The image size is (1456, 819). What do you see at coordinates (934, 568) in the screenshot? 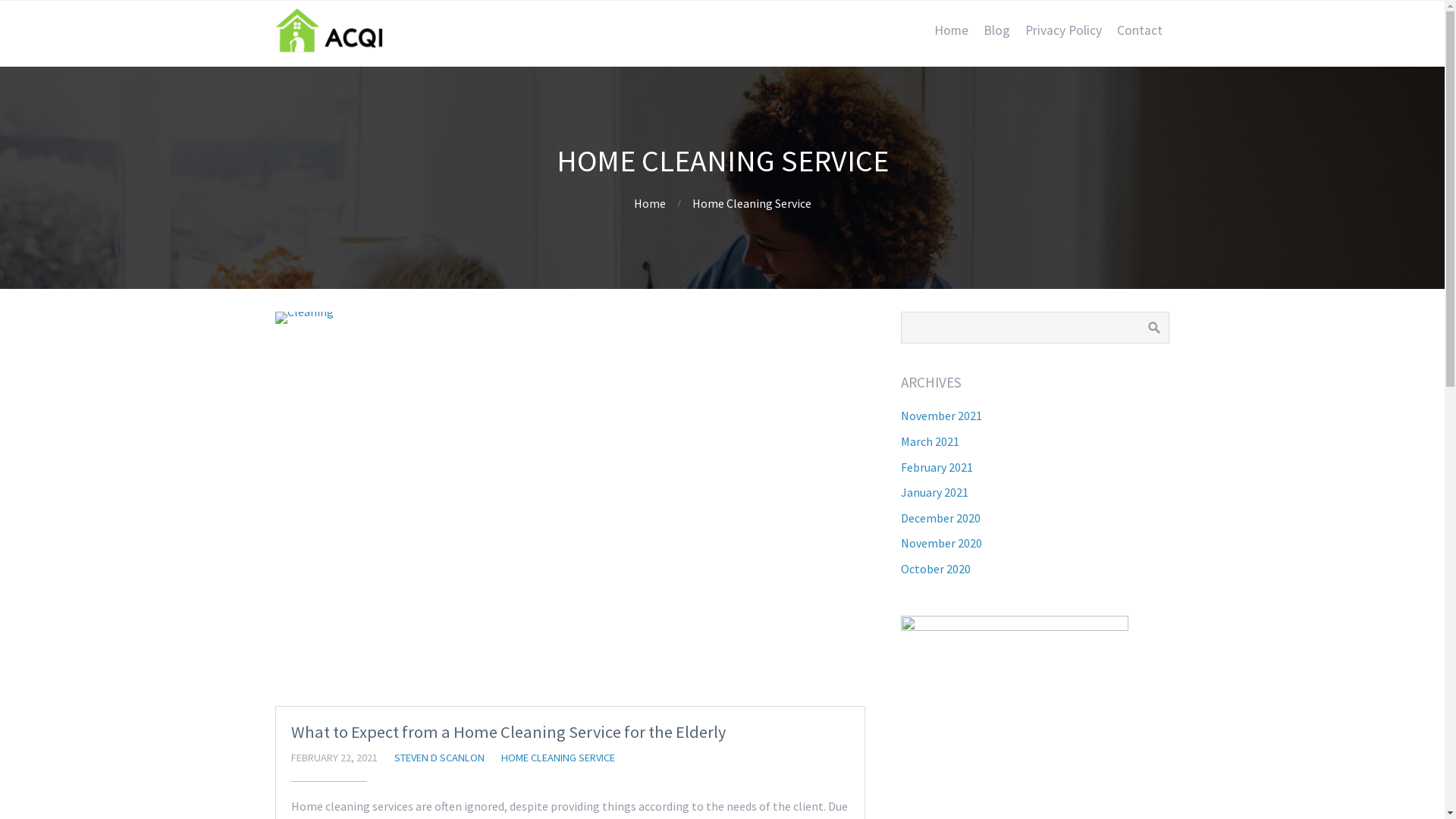
I see `'October 2020'` at bounding box center [934, 568].